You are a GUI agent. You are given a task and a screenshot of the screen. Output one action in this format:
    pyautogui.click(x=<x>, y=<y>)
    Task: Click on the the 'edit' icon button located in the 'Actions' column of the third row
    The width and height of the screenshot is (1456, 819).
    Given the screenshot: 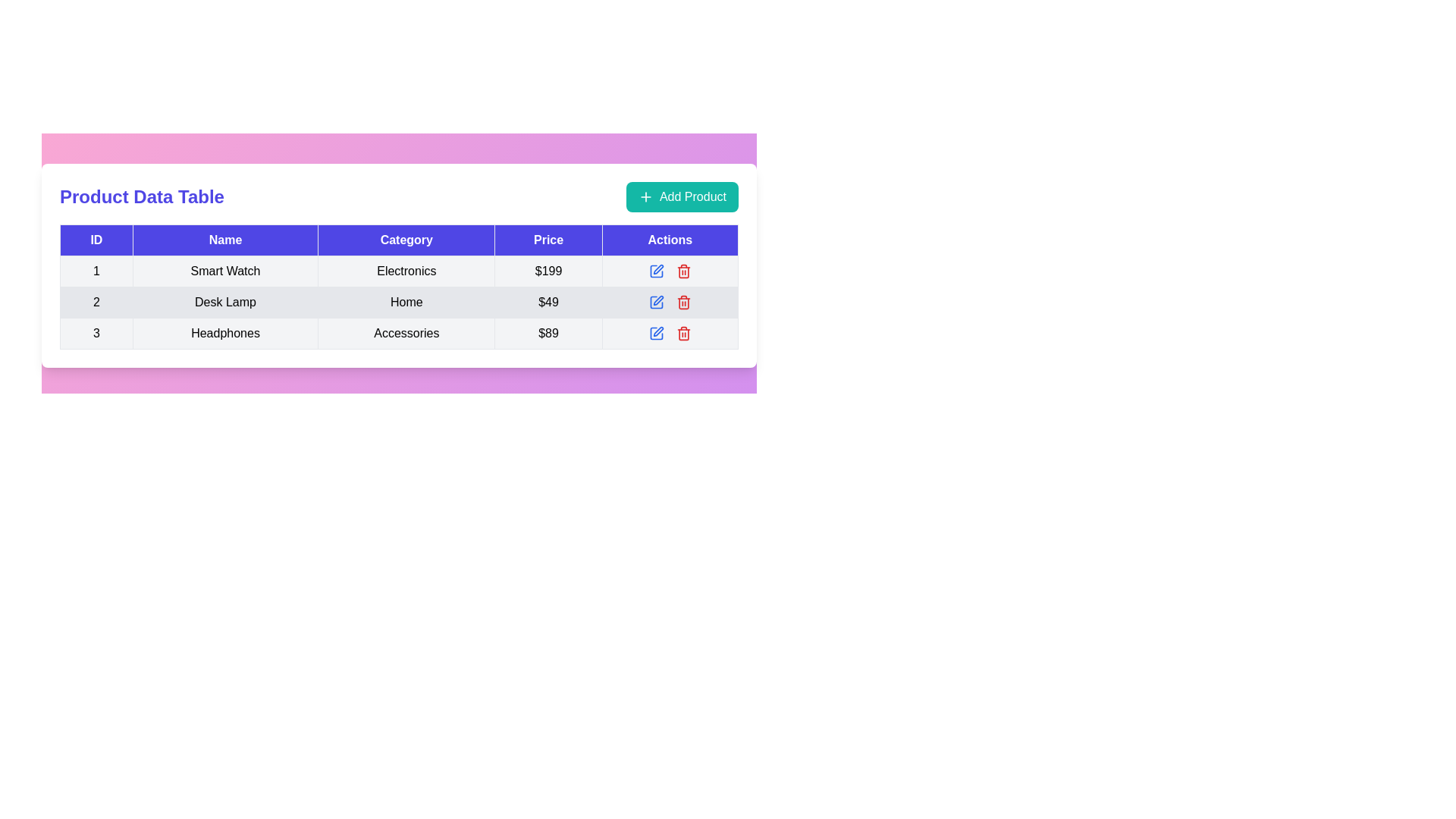 What is the action you would take?
    pyautogui.click(x=658, y=330)
    